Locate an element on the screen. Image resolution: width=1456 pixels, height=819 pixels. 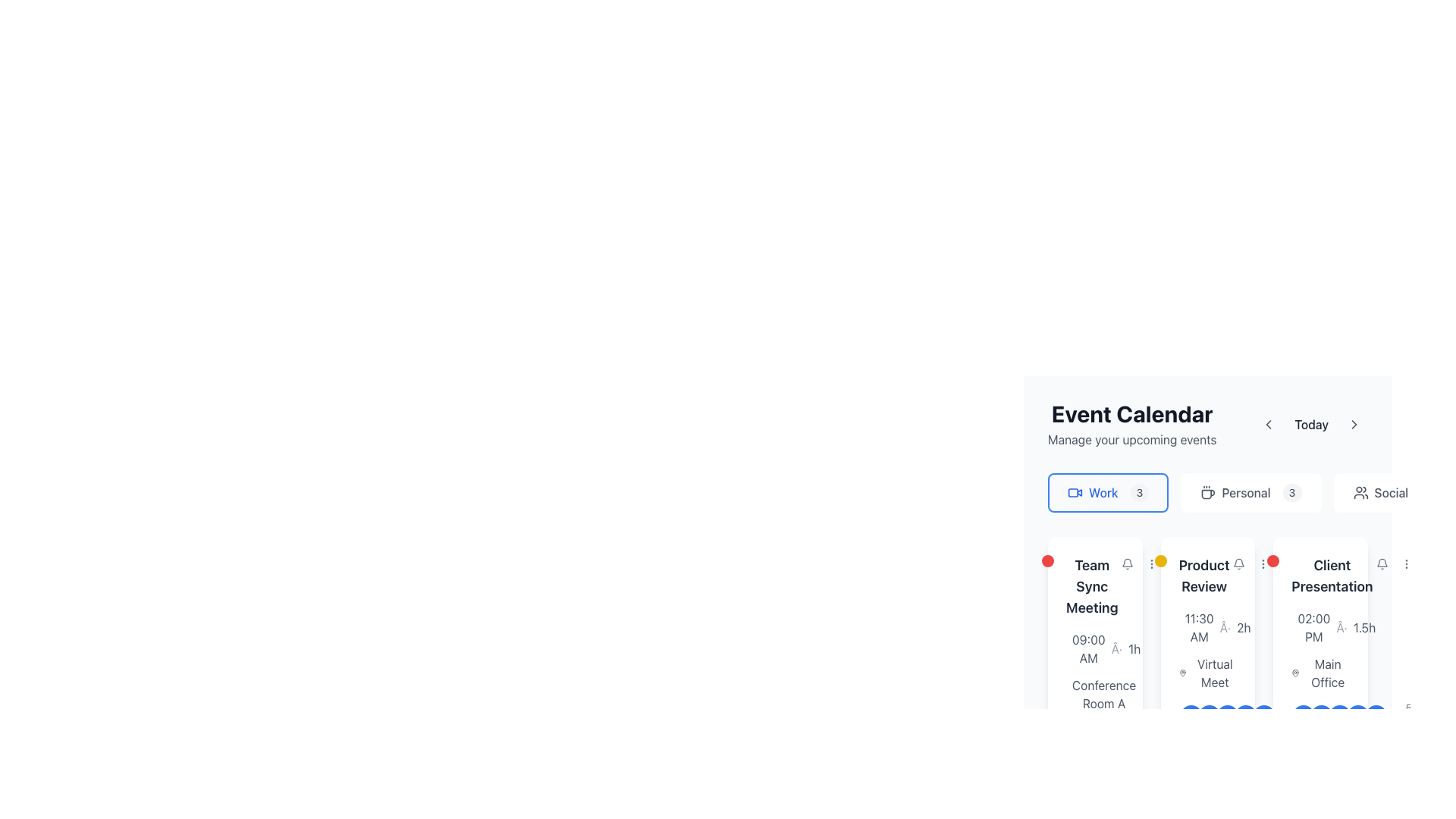
the small circular button with a right-facing chevron icon located to the right of the 'Today' label is located at coordinates (1354, 424).